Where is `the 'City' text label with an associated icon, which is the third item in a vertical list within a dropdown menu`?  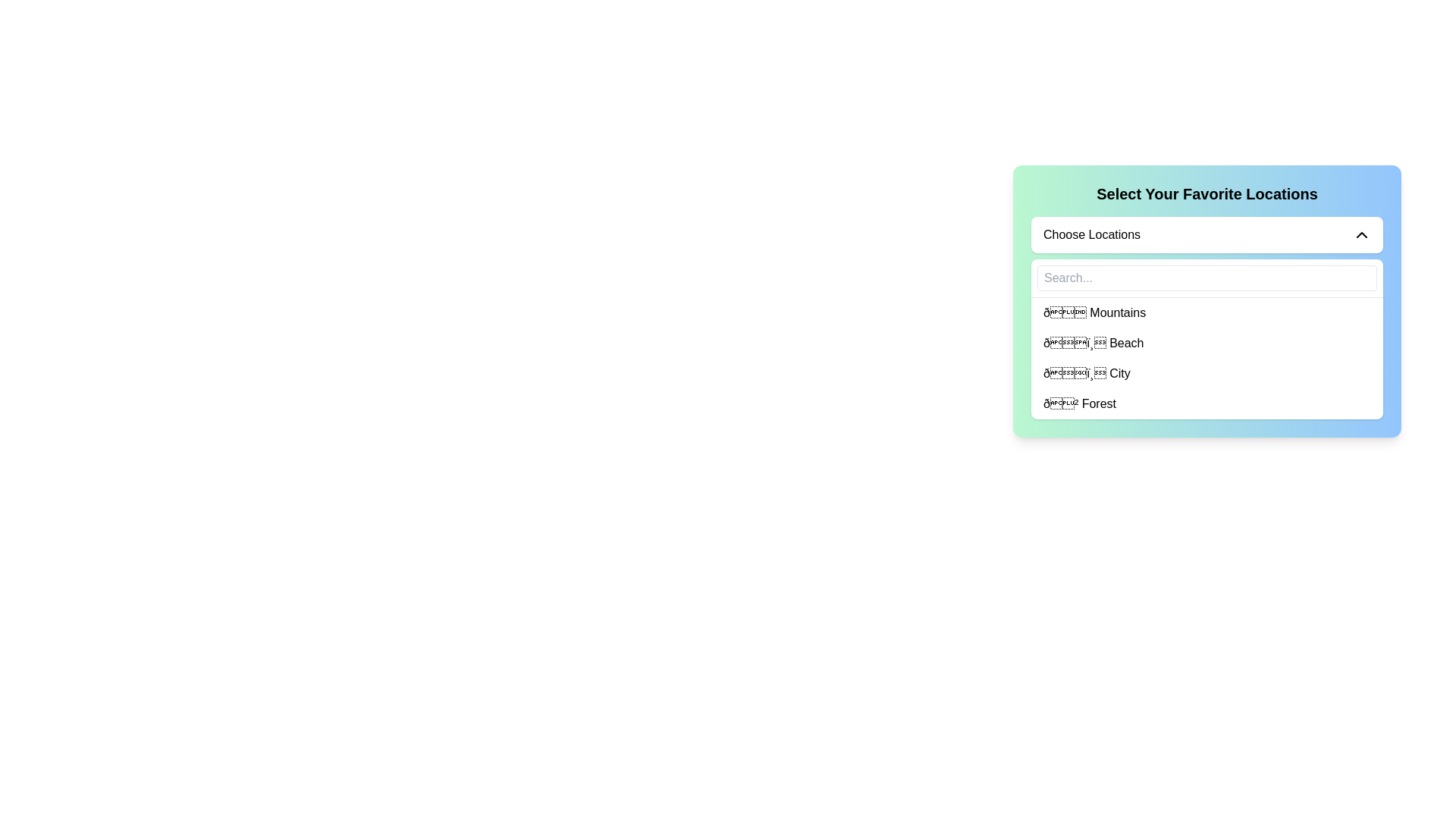 the 'City' text label with an associated icon, which is the third item in a vertical list within a dropdown menu is located at coordinates (1086, 374).